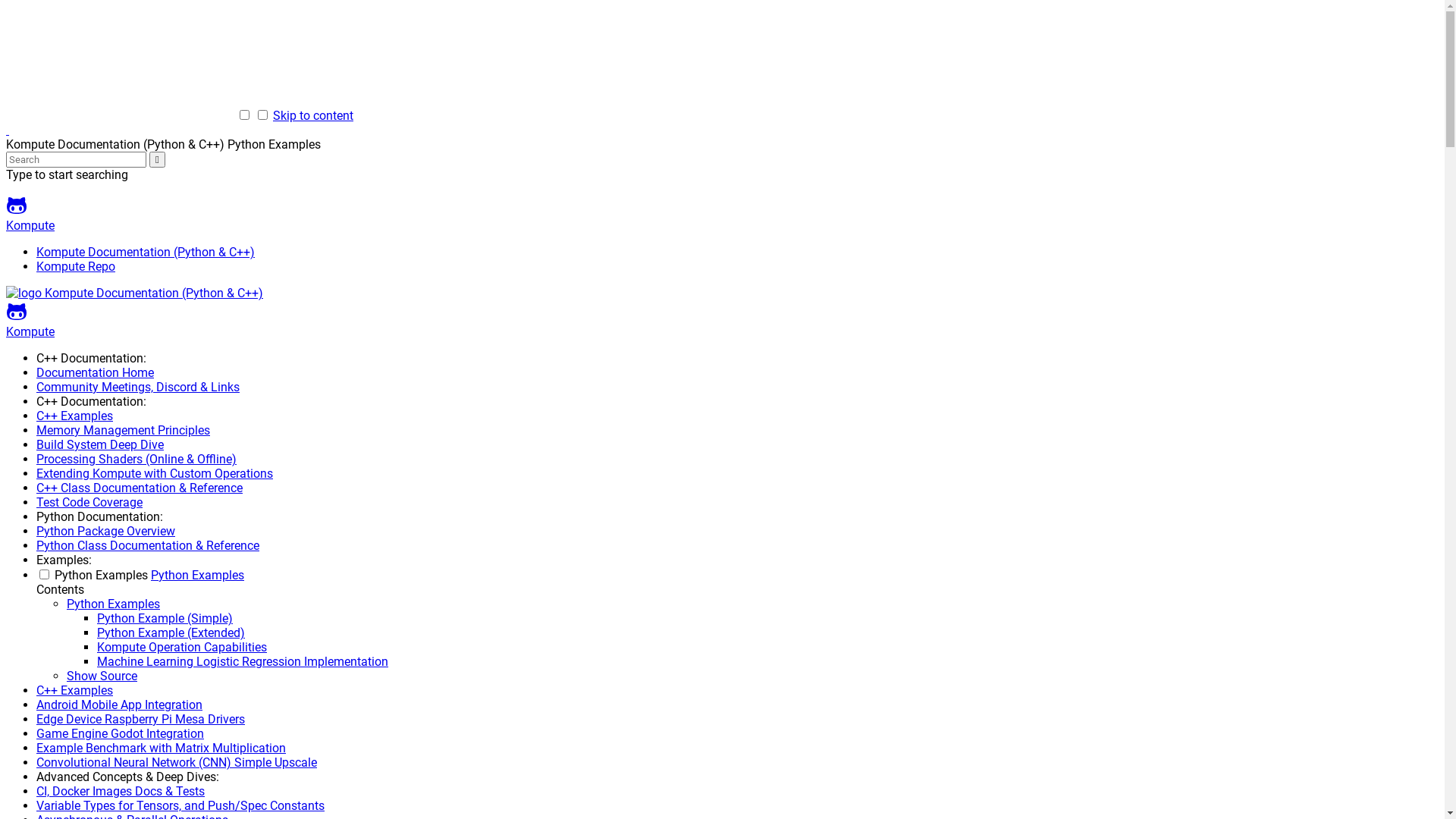  Describe the element at coordinates (119, 733) in the screenshot. I see `'Game Engine Godot Integration'` at that location.